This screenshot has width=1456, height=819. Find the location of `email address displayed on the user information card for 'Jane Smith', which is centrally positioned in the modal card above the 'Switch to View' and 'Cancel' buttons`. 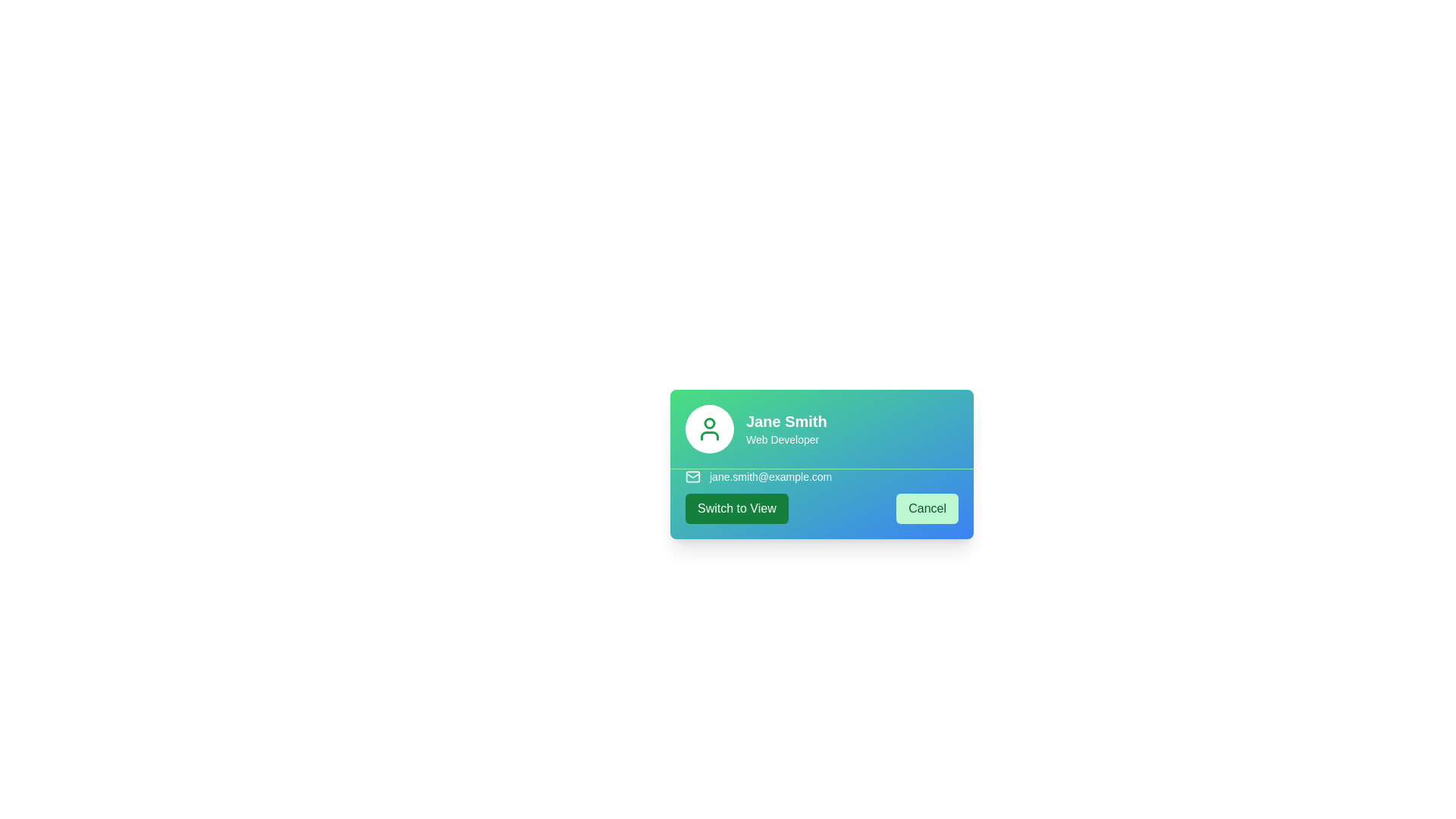

email address displayed on the user information card for 'Jane Smith', which is centrally positioned in the modal card above the 'Switch to View' and 'Cancel' buttons is located at coordinates (821, 463).